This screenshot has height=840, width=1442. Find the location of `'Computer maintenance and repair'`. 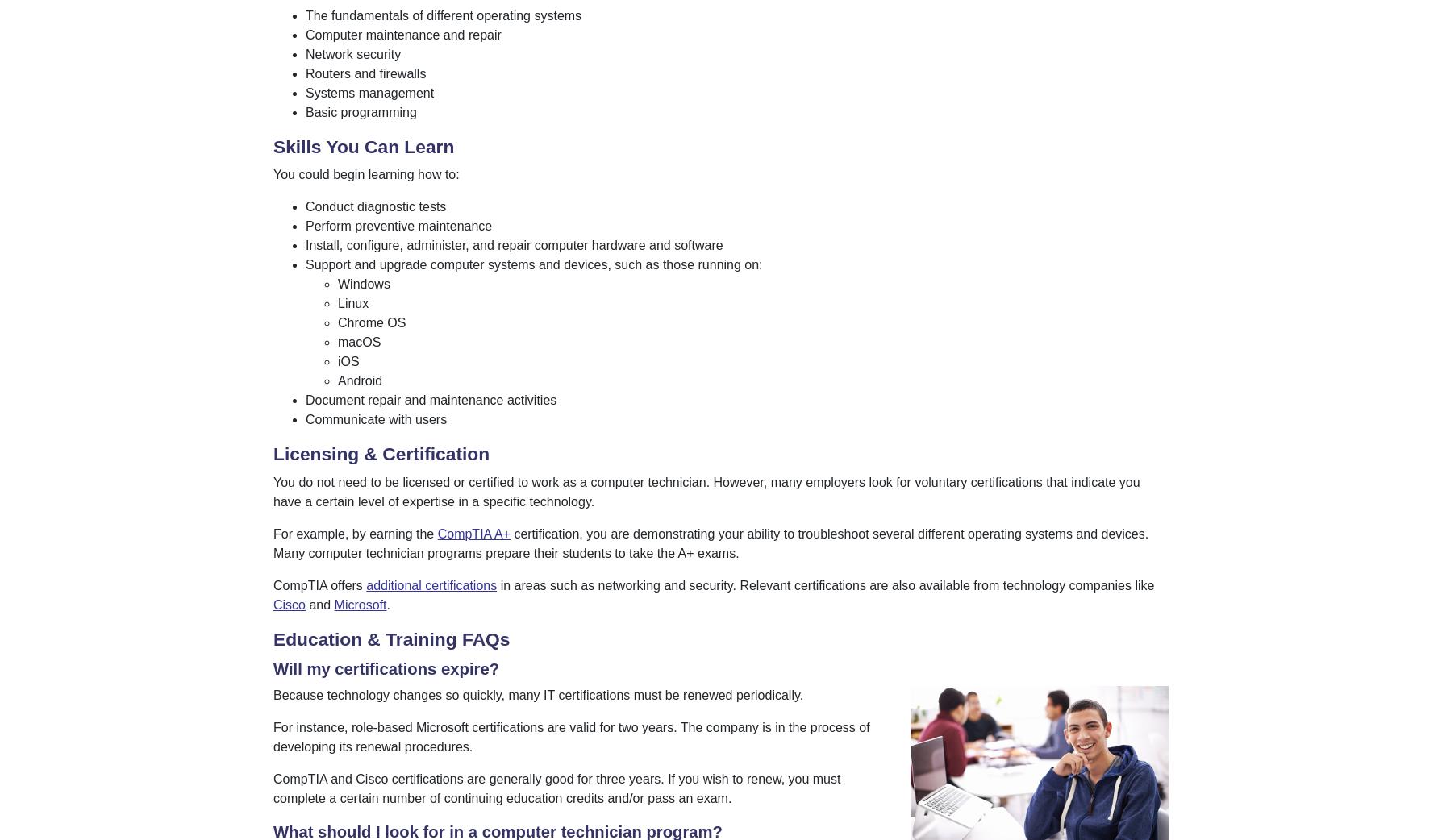

'Computer maintenance and repair' is located at coordinates (402, 33).